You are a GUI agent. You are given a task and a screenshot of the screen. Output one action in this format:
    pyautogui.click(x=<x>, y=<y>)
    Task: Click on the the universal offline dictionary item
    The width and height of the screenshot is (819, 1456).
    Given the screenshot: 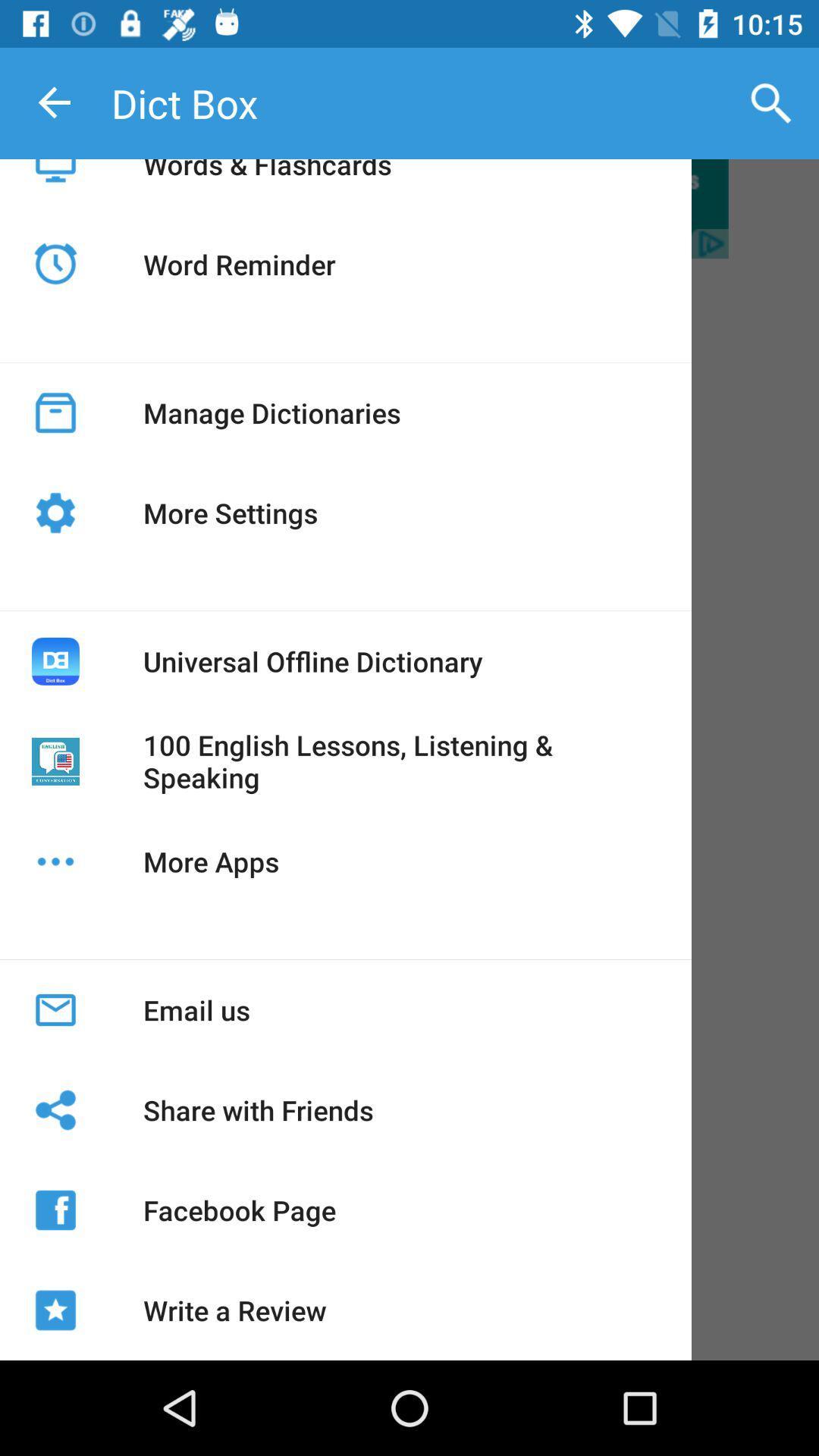 What is the action you would take?
    pyautogui.click(x=312, y=661)
    